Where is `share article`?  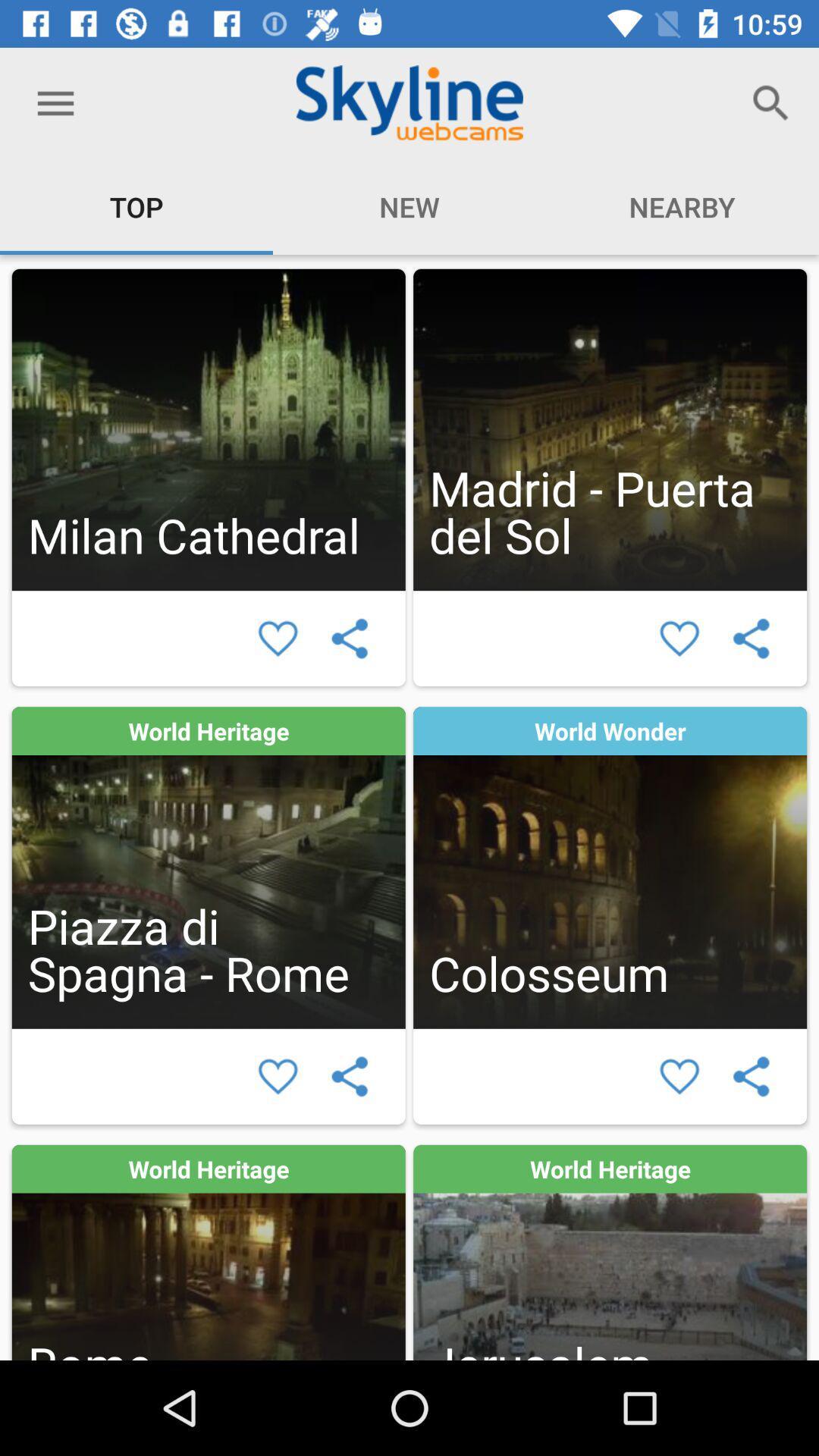
share article is located at coordinates (350, 639).